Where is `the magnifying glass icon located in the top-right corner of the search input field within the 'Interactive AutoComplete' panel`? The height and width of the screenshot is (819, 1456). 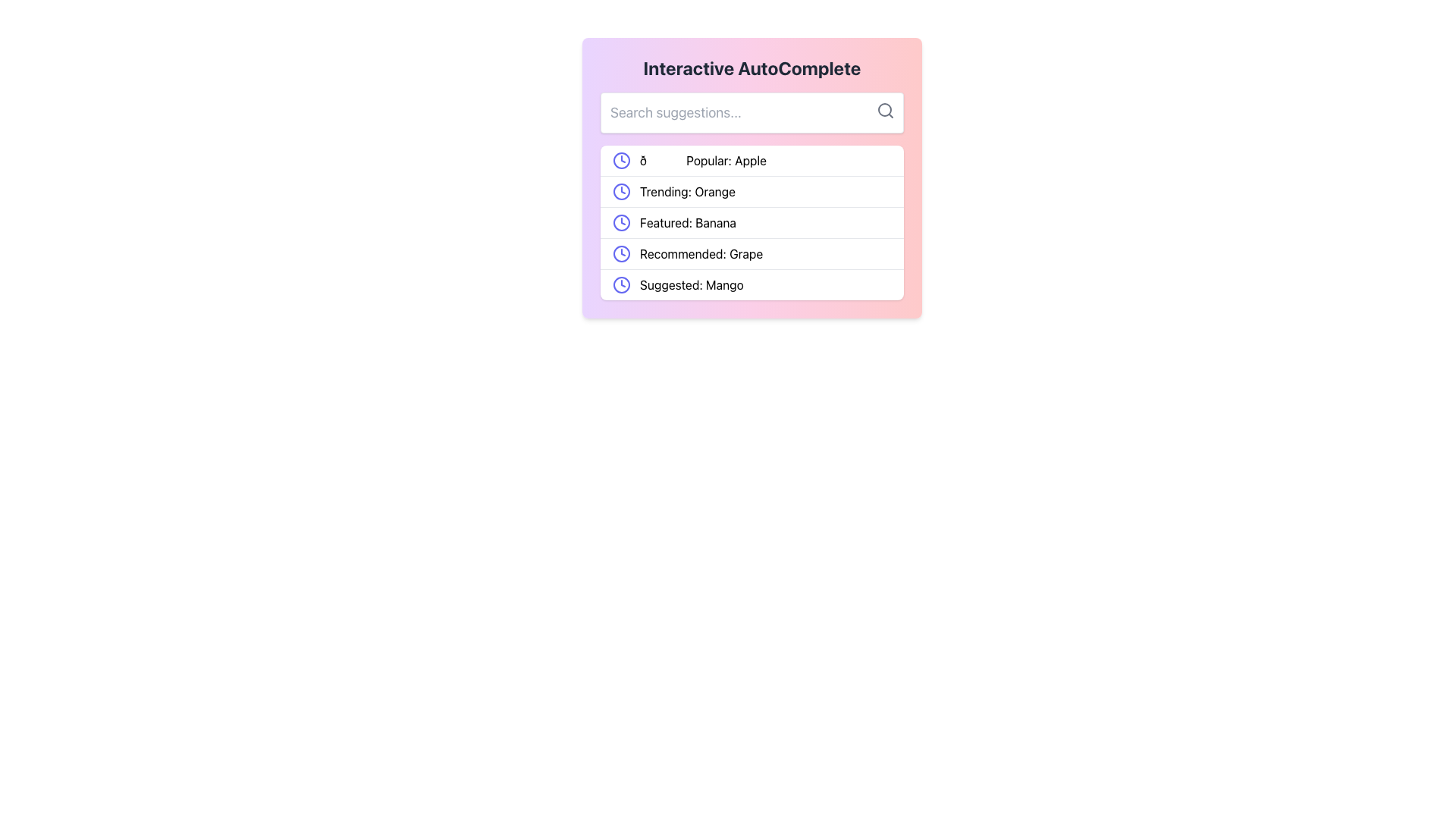
the magnifying glass icon located in the top-right corner of the search input field within the 'Interactive AutoComplete' panel is located at coordinates (885, 110).